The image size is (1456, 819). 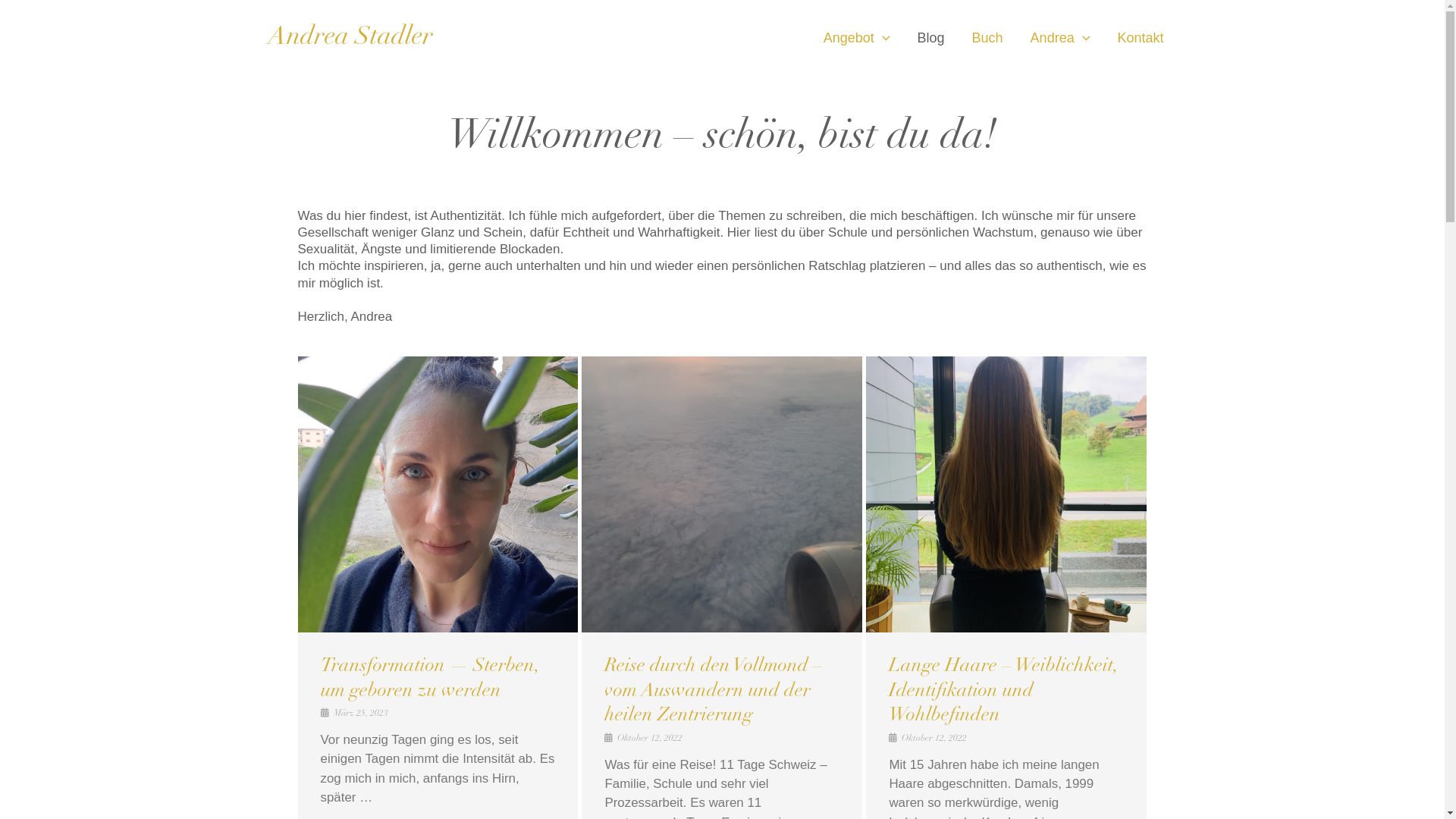 What do you see at coordinates (348, 37) in the screenshot?
I see `'Andrea Stadler'` at bounding box center [348, 37].